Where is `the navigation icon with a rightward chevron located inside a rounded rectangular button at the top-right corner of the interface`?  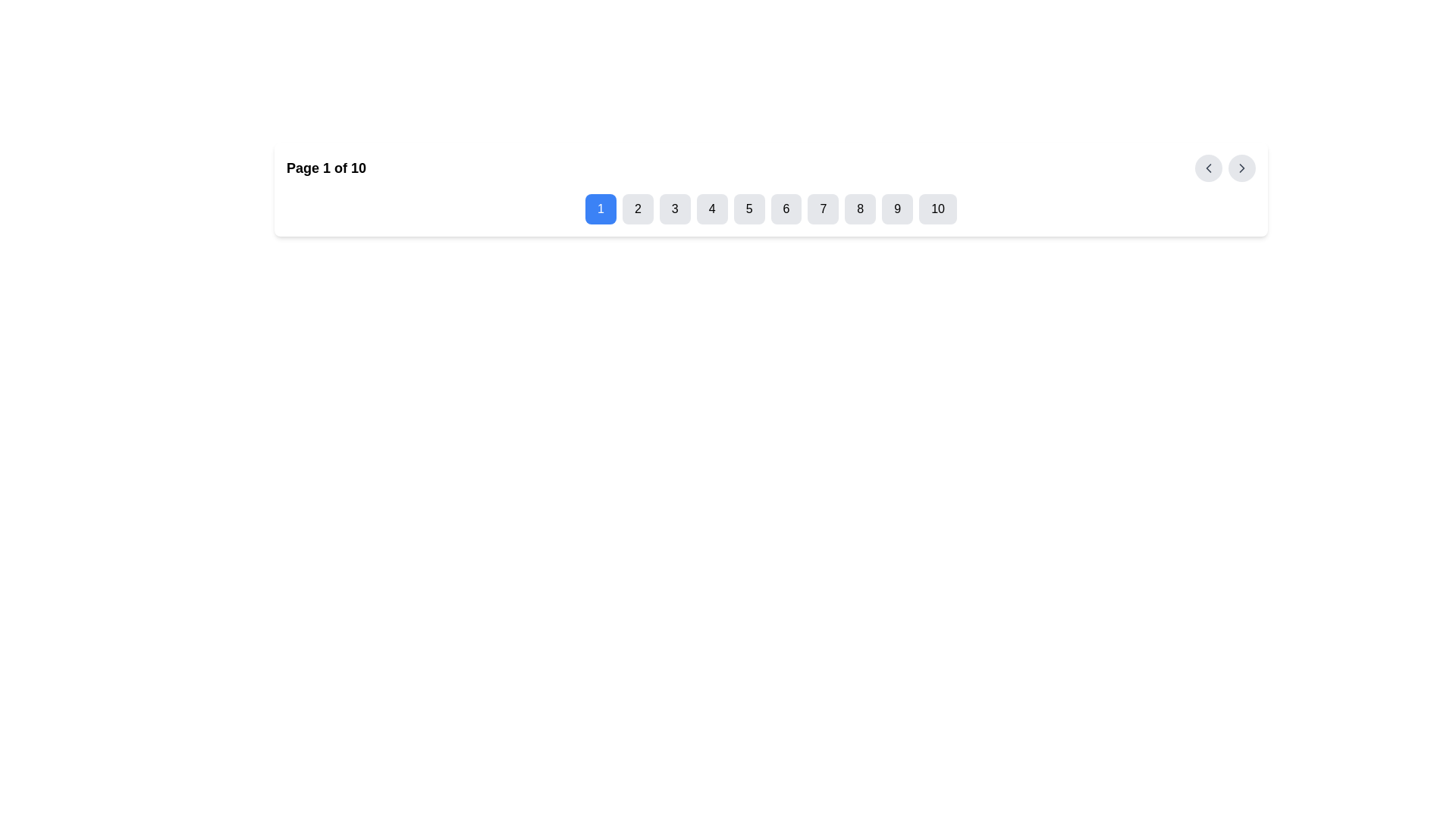
the navigation icon with a rightward chevron located inside a rounded rectangular button at the top-right corner of the interface is located at coordinates (1241, 168).